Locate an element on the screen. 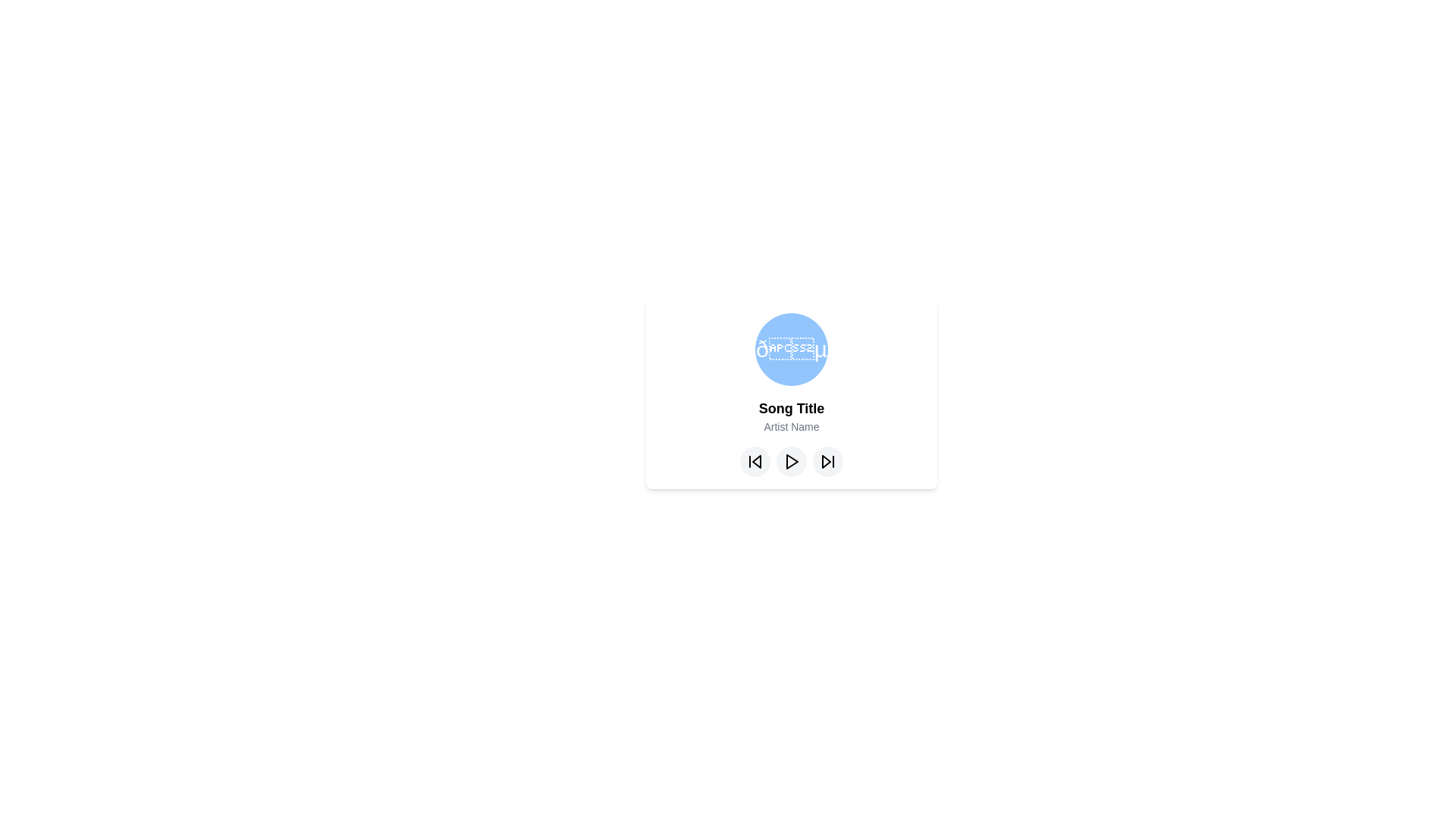 This screenshot has height=819, width=1456. the 'Next' icon located in the circular button at the far-right among three controls at the bottom center of the interface is located at coordinates (827, 461).